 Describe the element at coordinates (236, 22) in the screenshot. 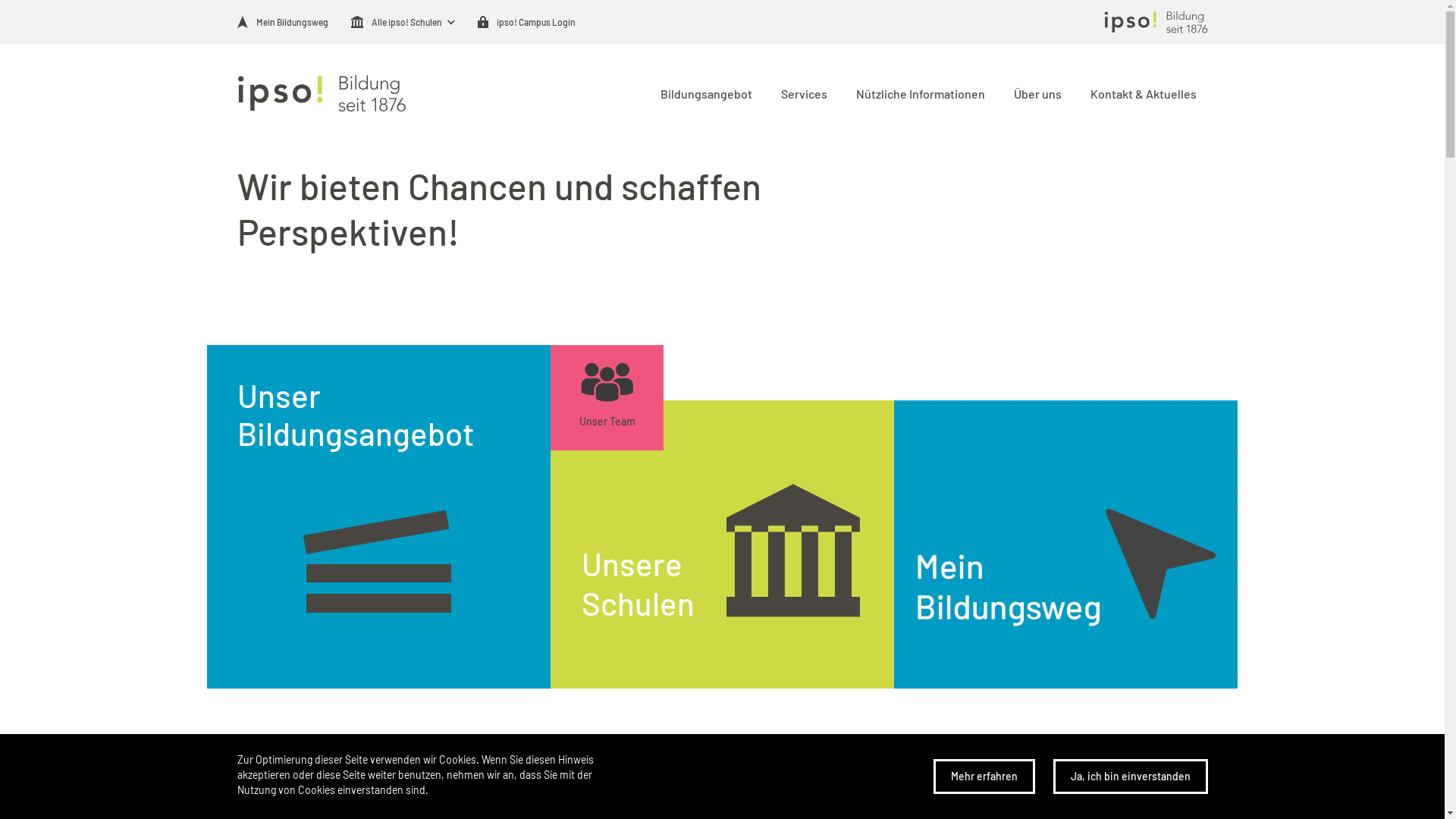

I see `'Mein Bildungsweg'` at that location.